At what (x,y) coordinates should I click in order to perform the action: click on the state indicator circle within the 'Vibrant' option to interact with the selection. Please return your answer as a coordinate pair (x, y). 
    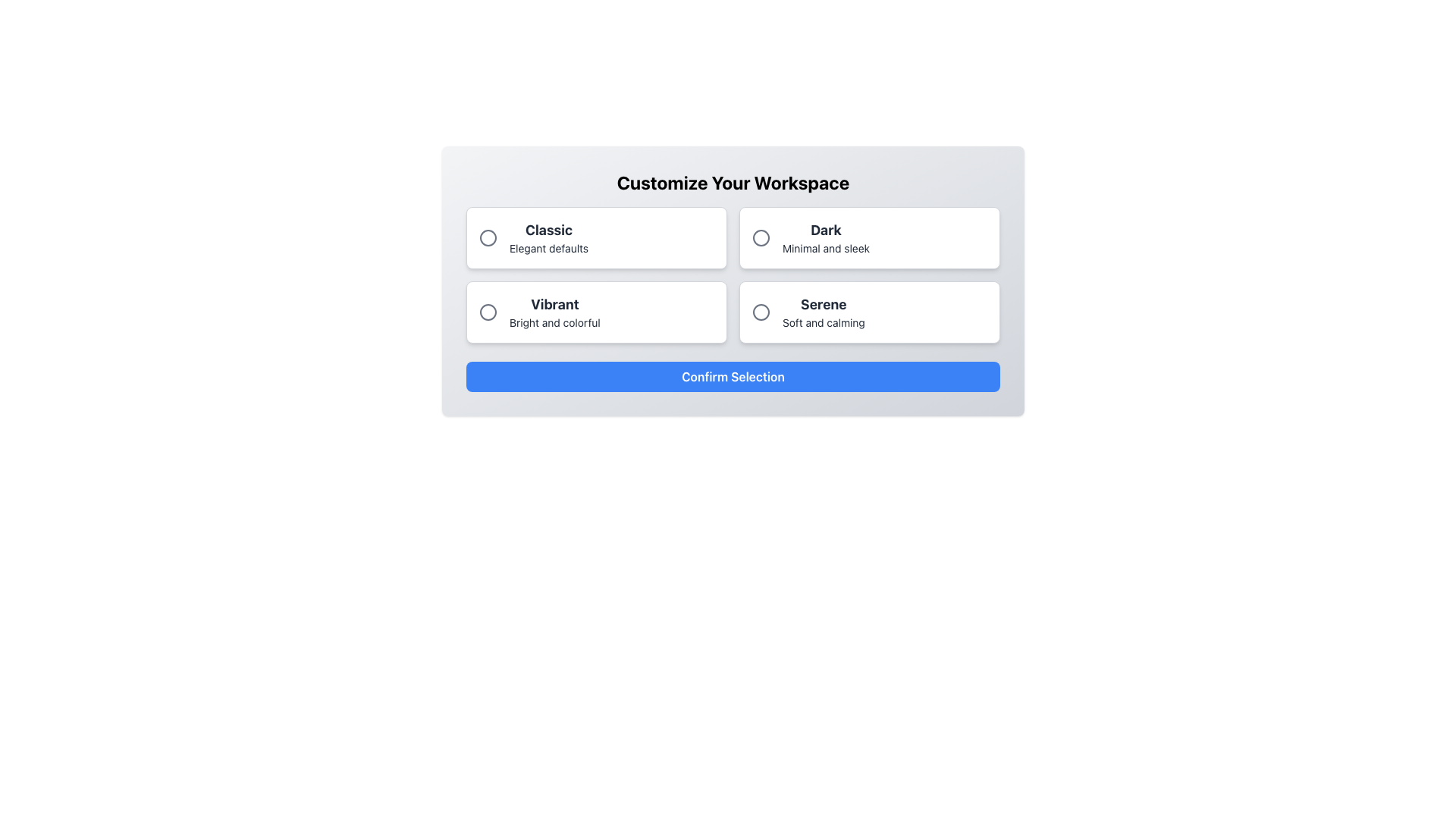
    Looking at the image, I should click on (488, 312).